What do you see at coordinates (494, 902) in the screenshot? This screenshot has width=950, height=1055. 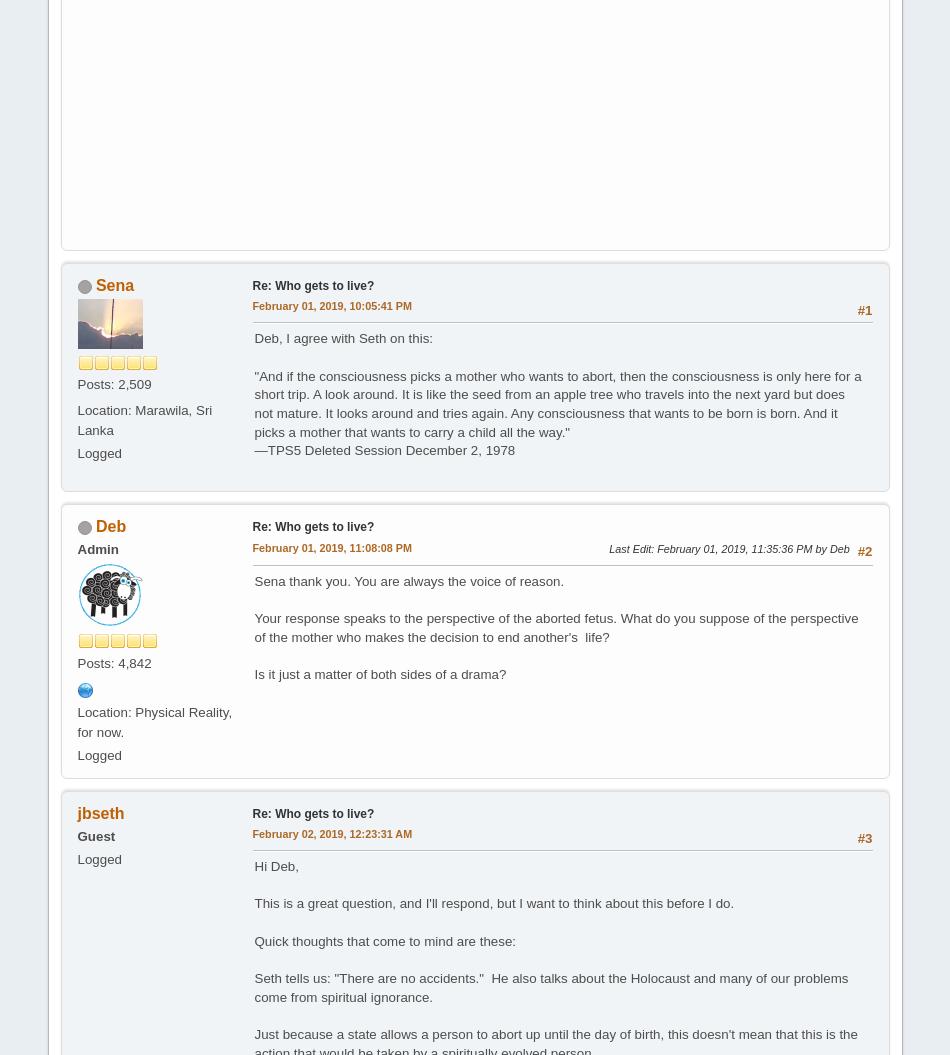 I see `'This is a great question, and I'll respond, but I want to think about this before I do.'` at bounding box center [494, 902].